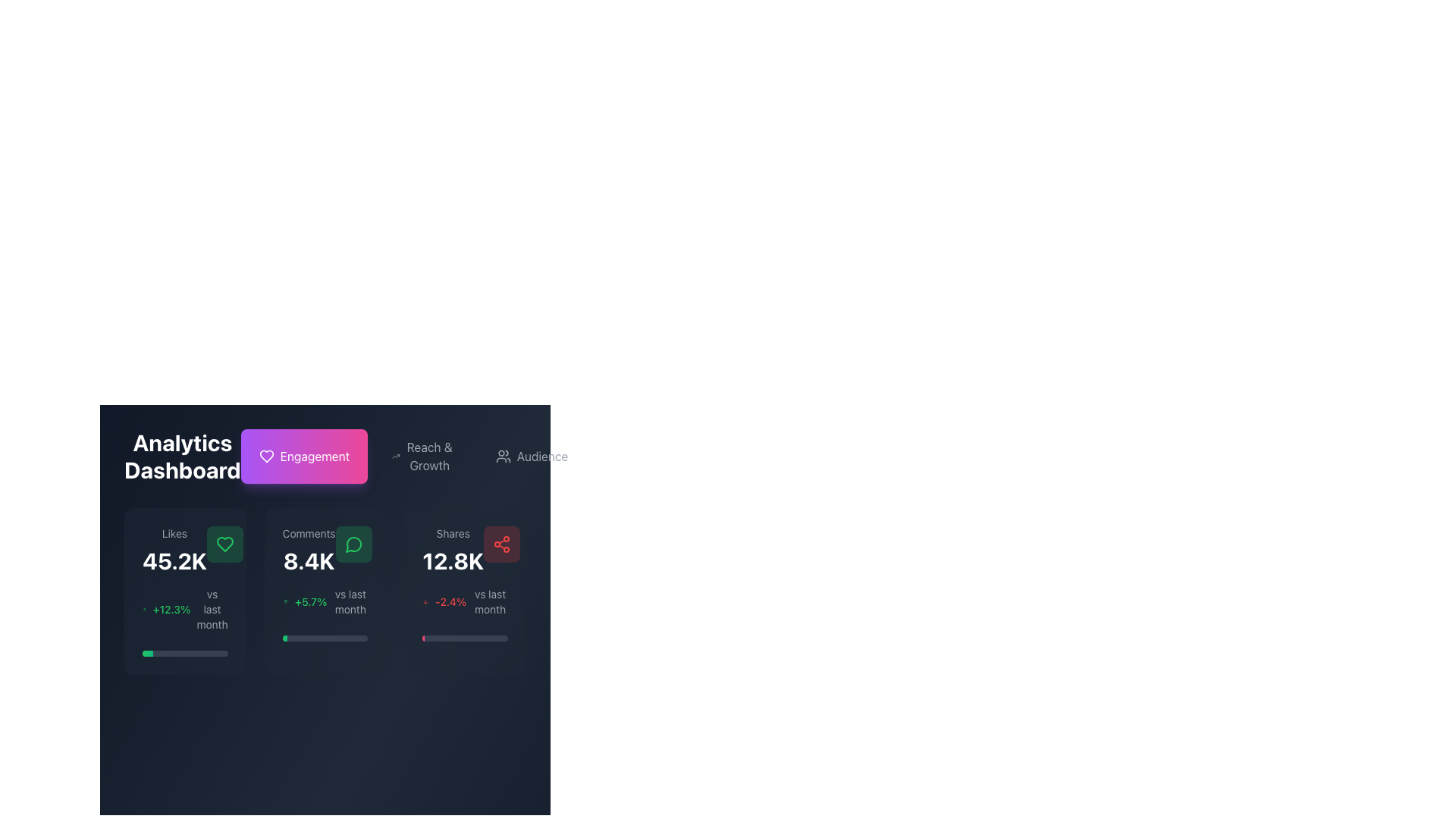 The width and height of the screenshot is (1456, 819). I want to click on the Information Card displaying total shares ('12.8K') and percentage change (-2.4%) in the last column of the grid, so click(464, 590).